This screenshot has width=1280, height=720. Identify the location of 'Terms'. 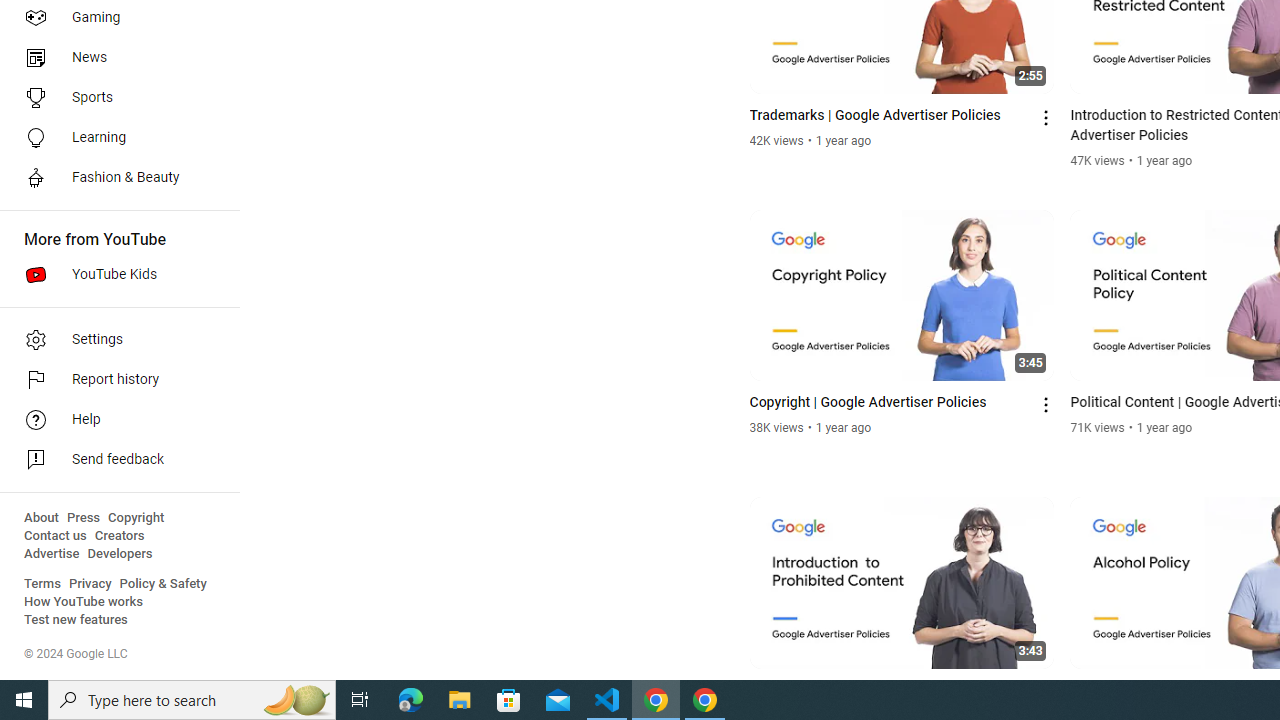
(42, 584).